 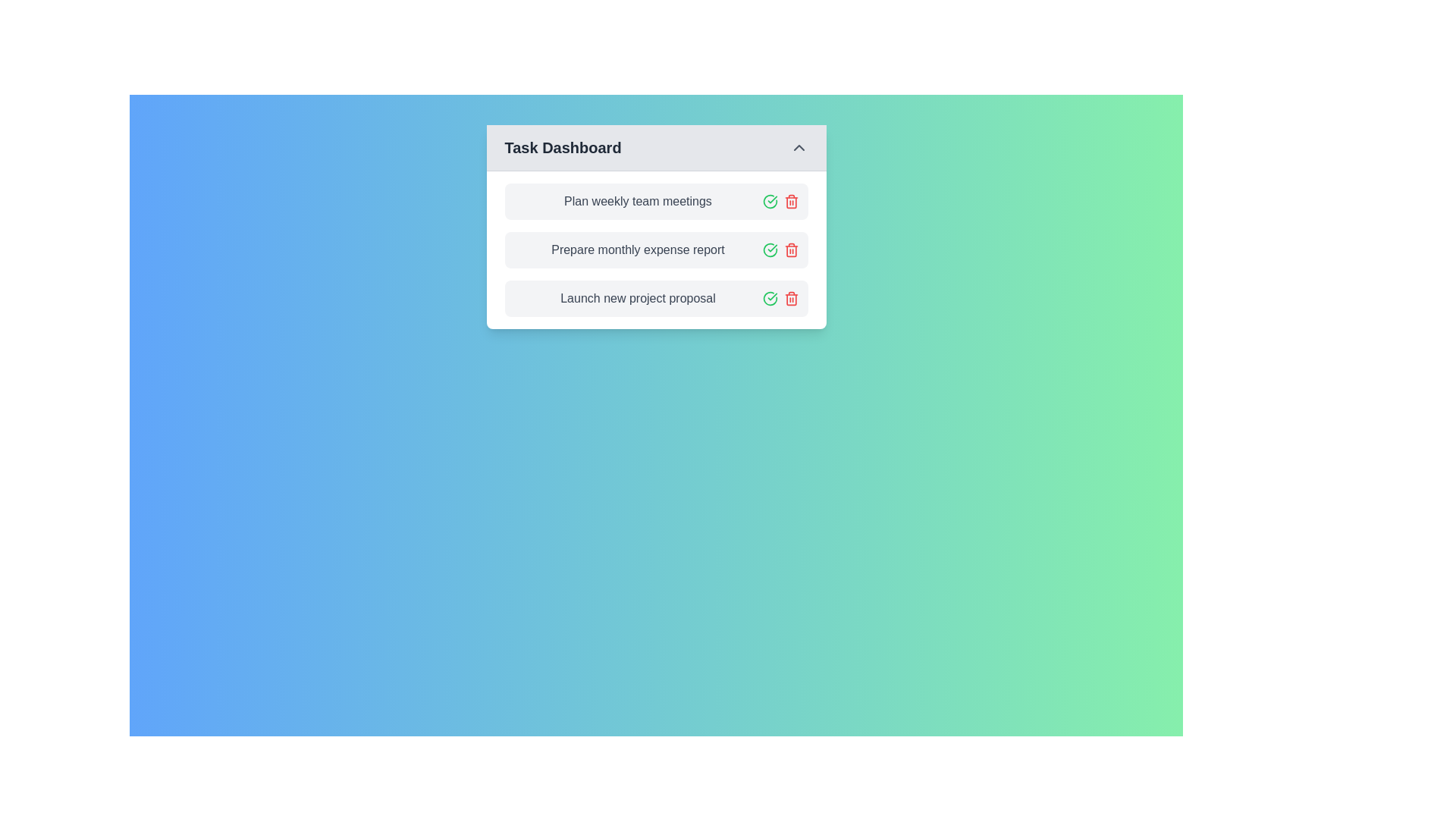 What do you see at coordinates (780, 298) in the screenshot?
I see `the interactive icons (checkmark and trashcan) located on the far-right side of the 'Launch new project proposal' row in the Task Dashboard interface` at bounding box center [780, 298].